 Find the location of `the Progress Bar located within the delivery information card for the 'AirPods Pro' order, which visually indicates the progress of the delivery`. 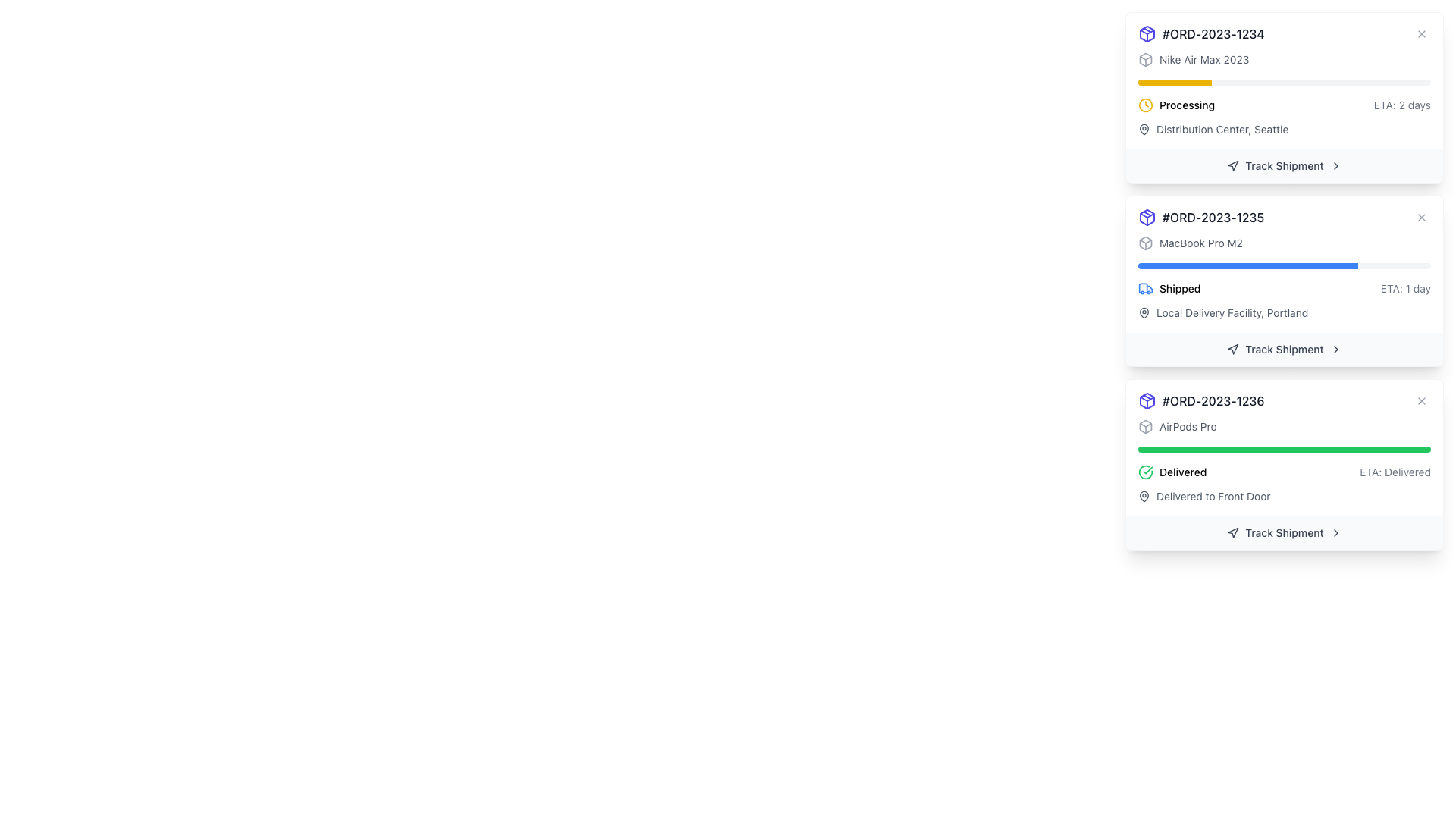

the Progress Bar located within the delivery information card for the 'AirPods Pro' order, which visually indicates the progress of the delivery is located at coordinates (1284, 449).